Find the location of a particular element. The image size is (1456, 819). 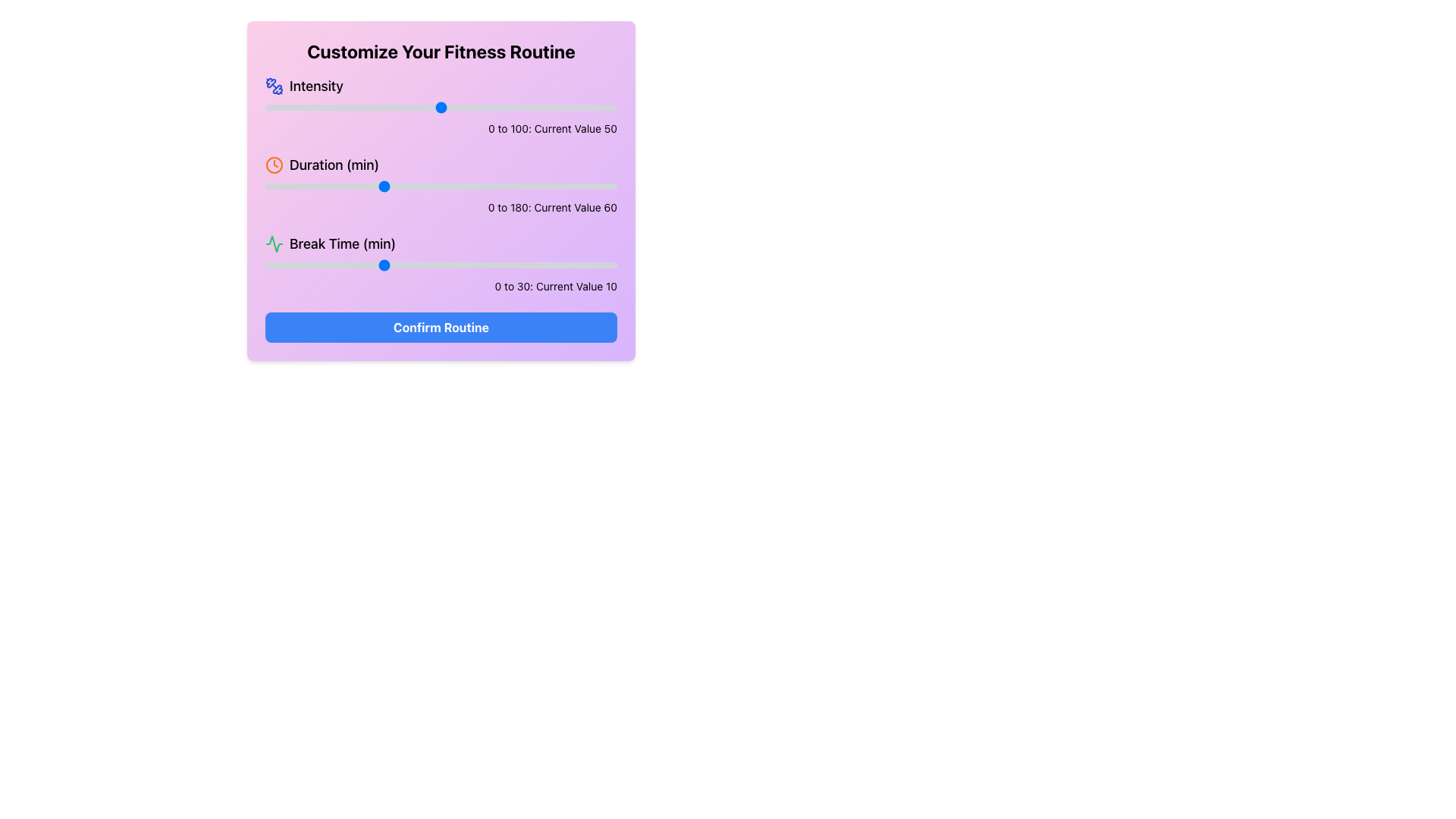

the intensity is located at coordinates (286, 107).